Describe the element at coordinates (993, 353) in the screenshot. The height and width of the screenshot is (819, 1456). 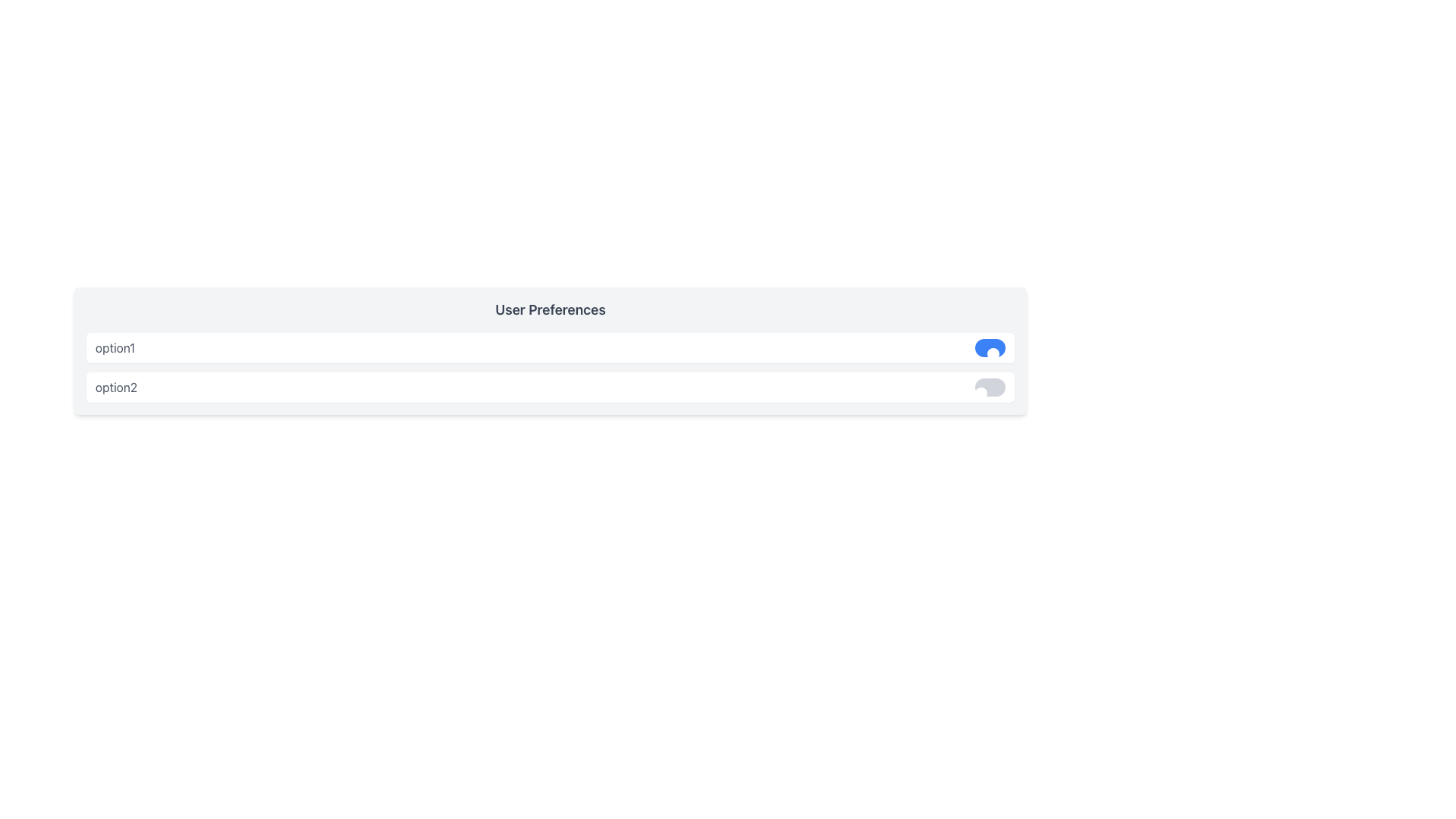
I see `the toggle switch knob, which is a circular component with a white fill inside a blue elongated capsule, located next to 'option1' in the 'User Preferences' menu` at that location.